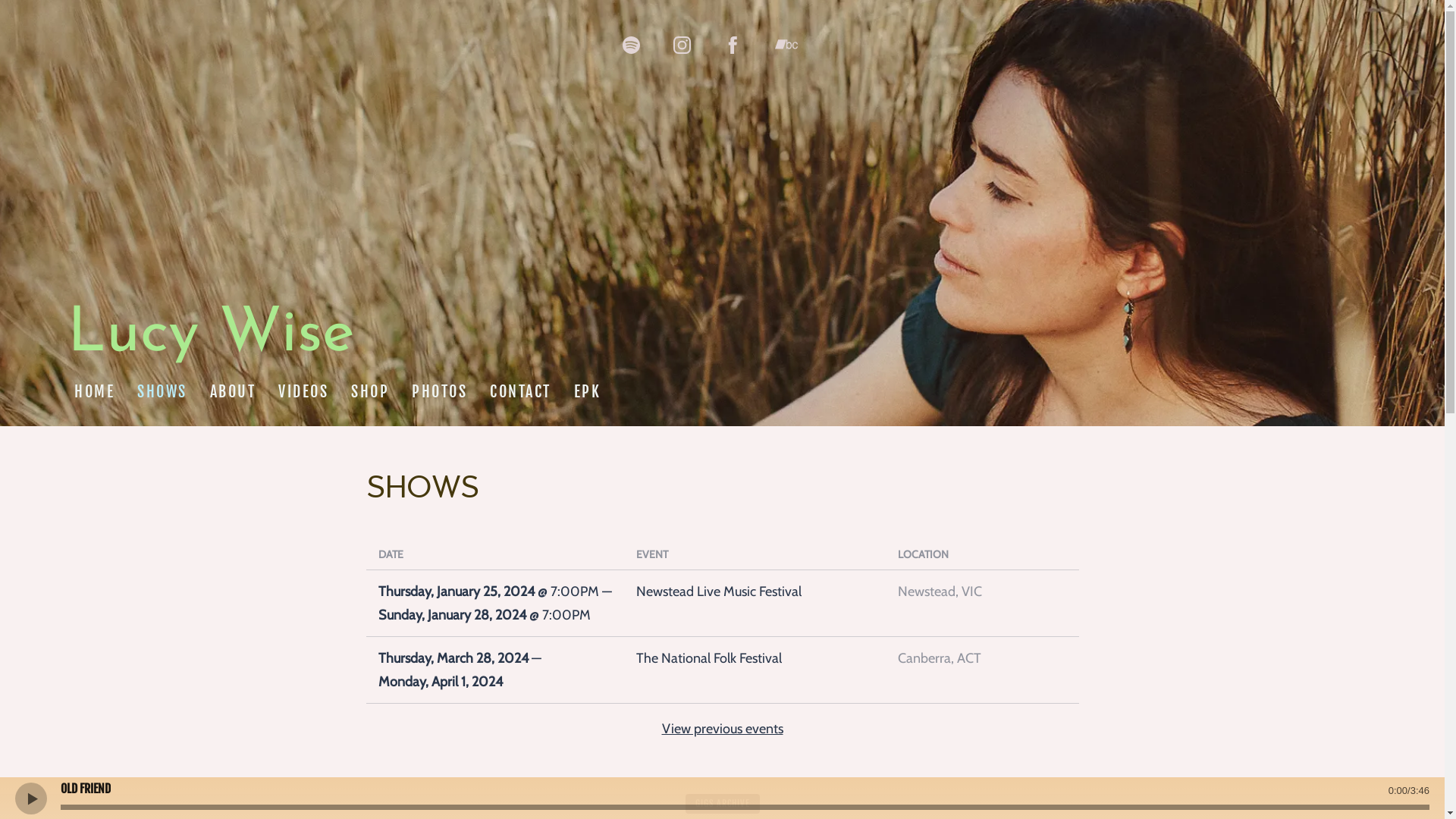  Describe the element at coordinates (786, 43) in the screenshot. I see `'https://lucywise.bandcamp.com/'` at that location.